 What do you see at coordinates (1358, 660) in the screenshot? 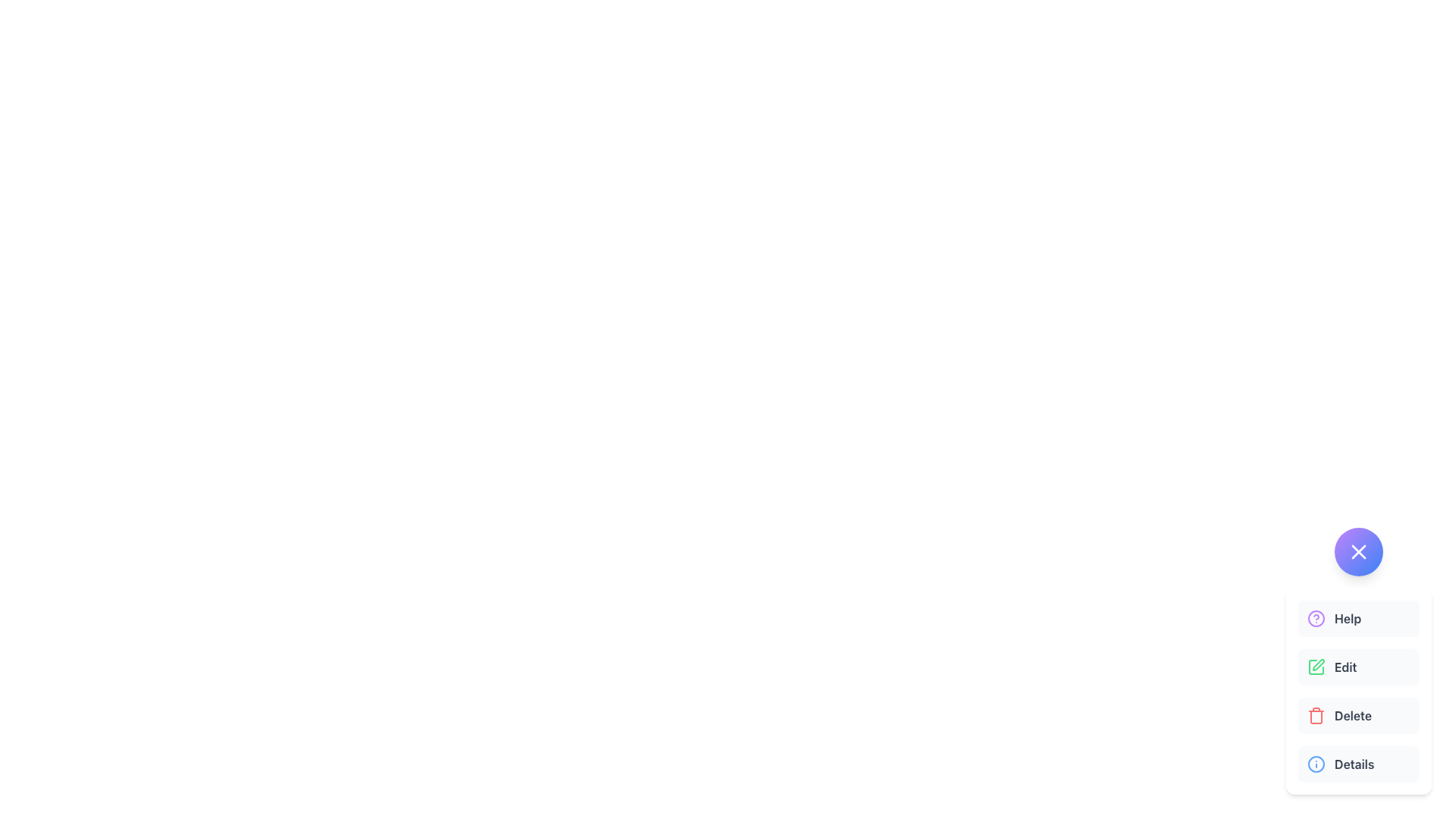
I see `the 'Edit' button in the vertical menu located at the bottom-right corner of the interface` at bounding box center [1358, 660].